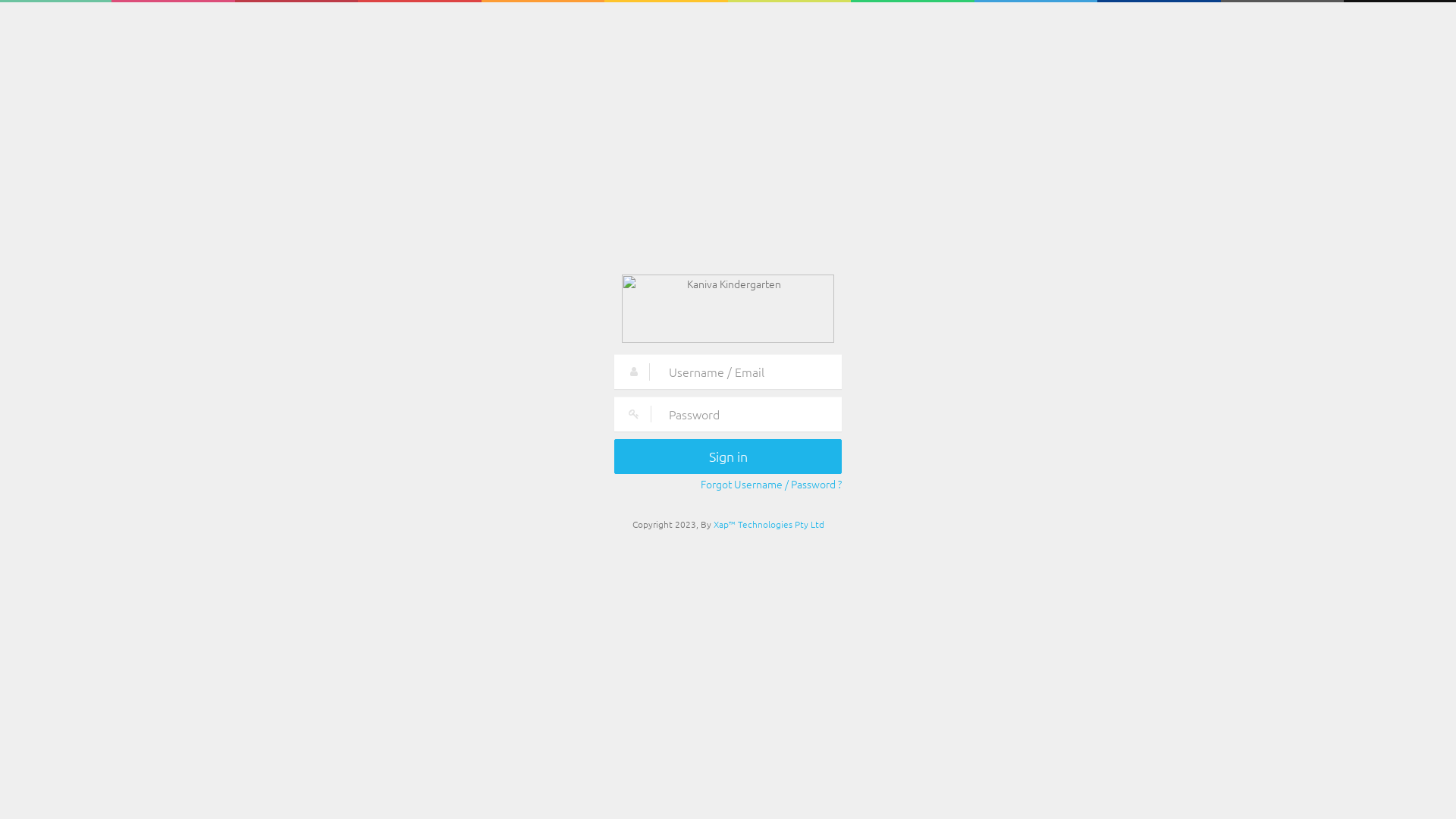 This screenshot has width=1456, height=819. I want to click on 'Forgot Username / Password ?', so click(771, 483).